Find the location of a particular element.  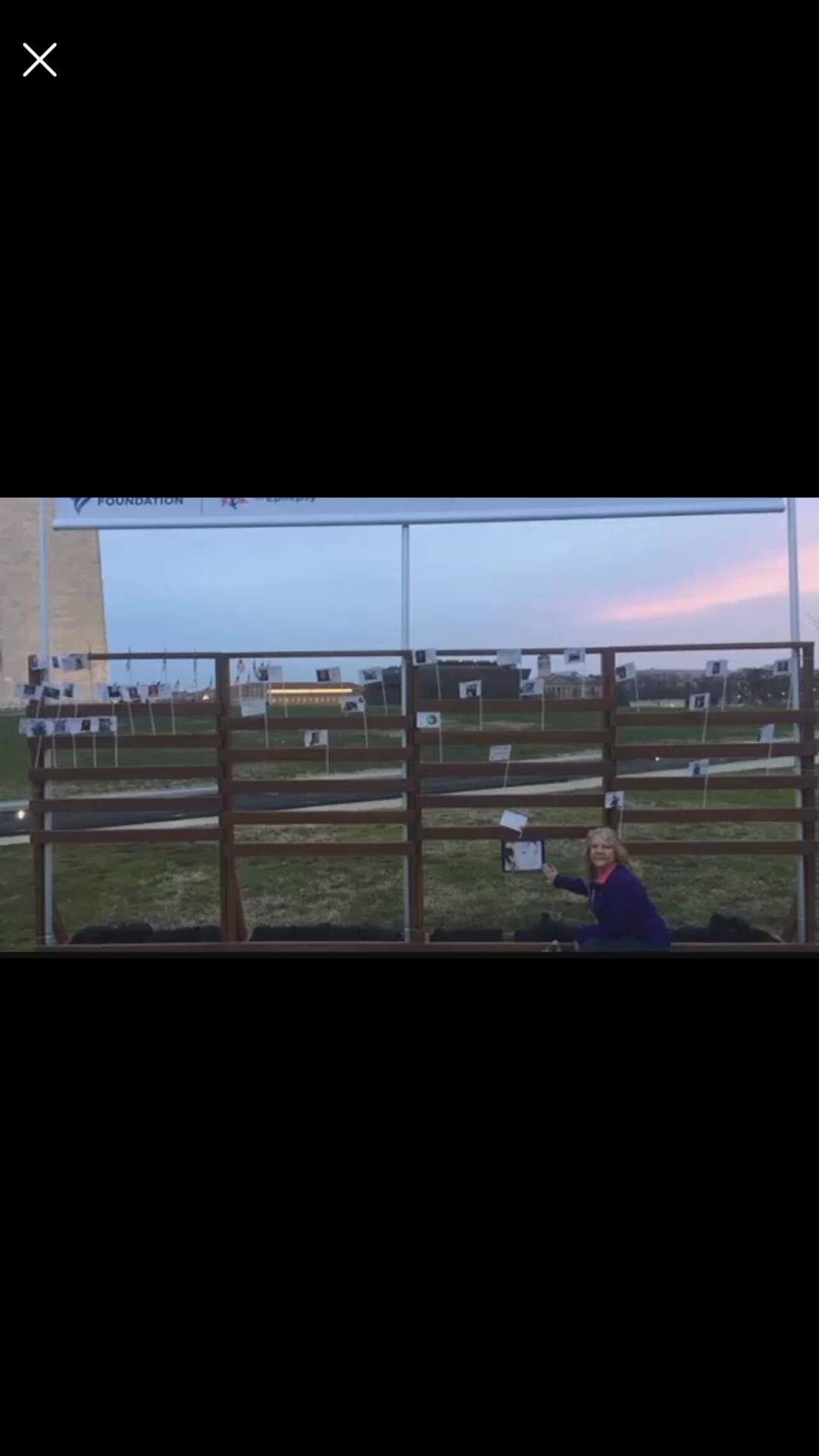

this page is located at coordinates (39, 59).